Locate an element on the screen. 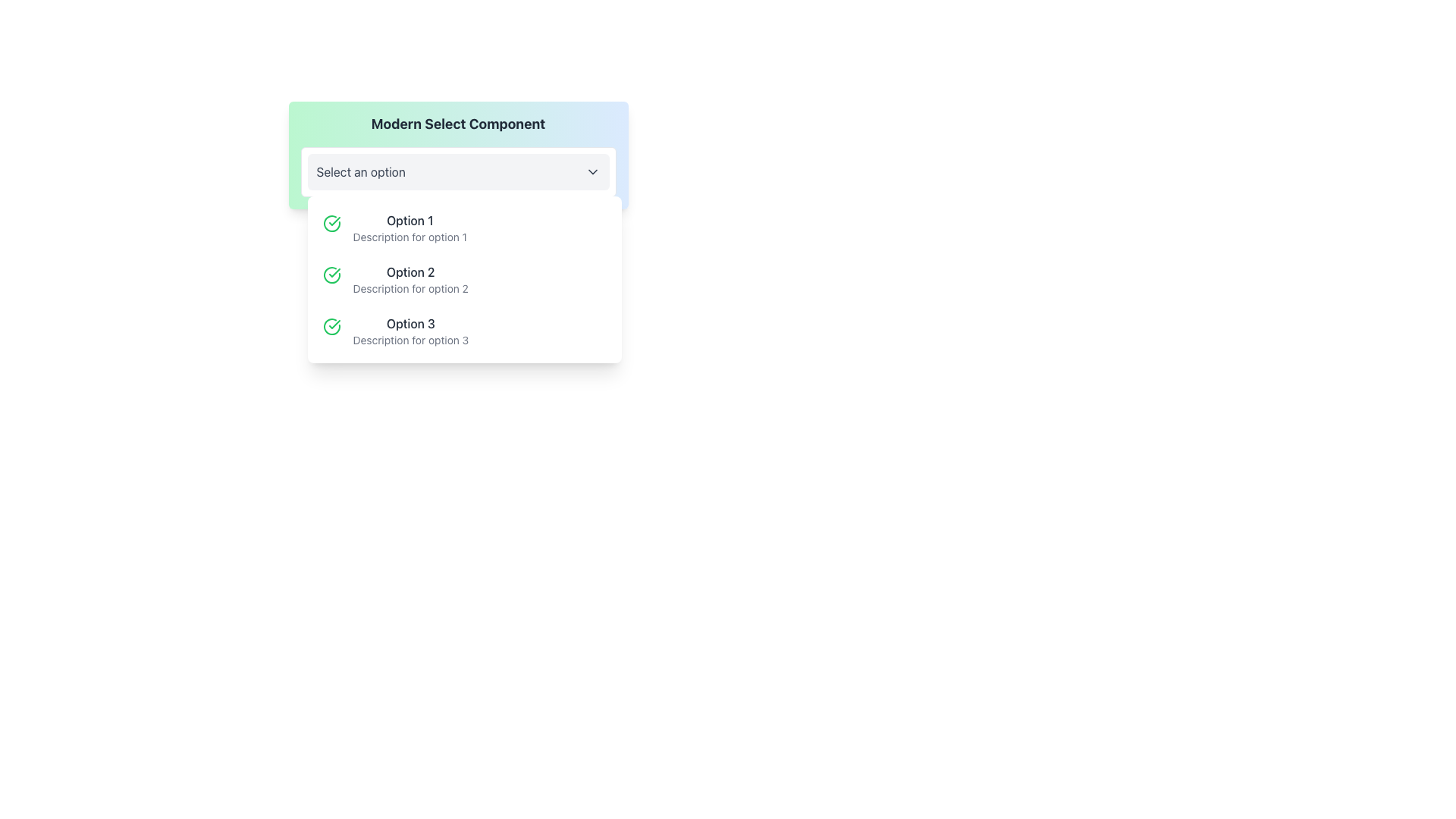 This screenshot has width=1456, height=819. the additional detail text element located beneath 'Option 3' in the dropdown menu is located at coordinates (410, 339).